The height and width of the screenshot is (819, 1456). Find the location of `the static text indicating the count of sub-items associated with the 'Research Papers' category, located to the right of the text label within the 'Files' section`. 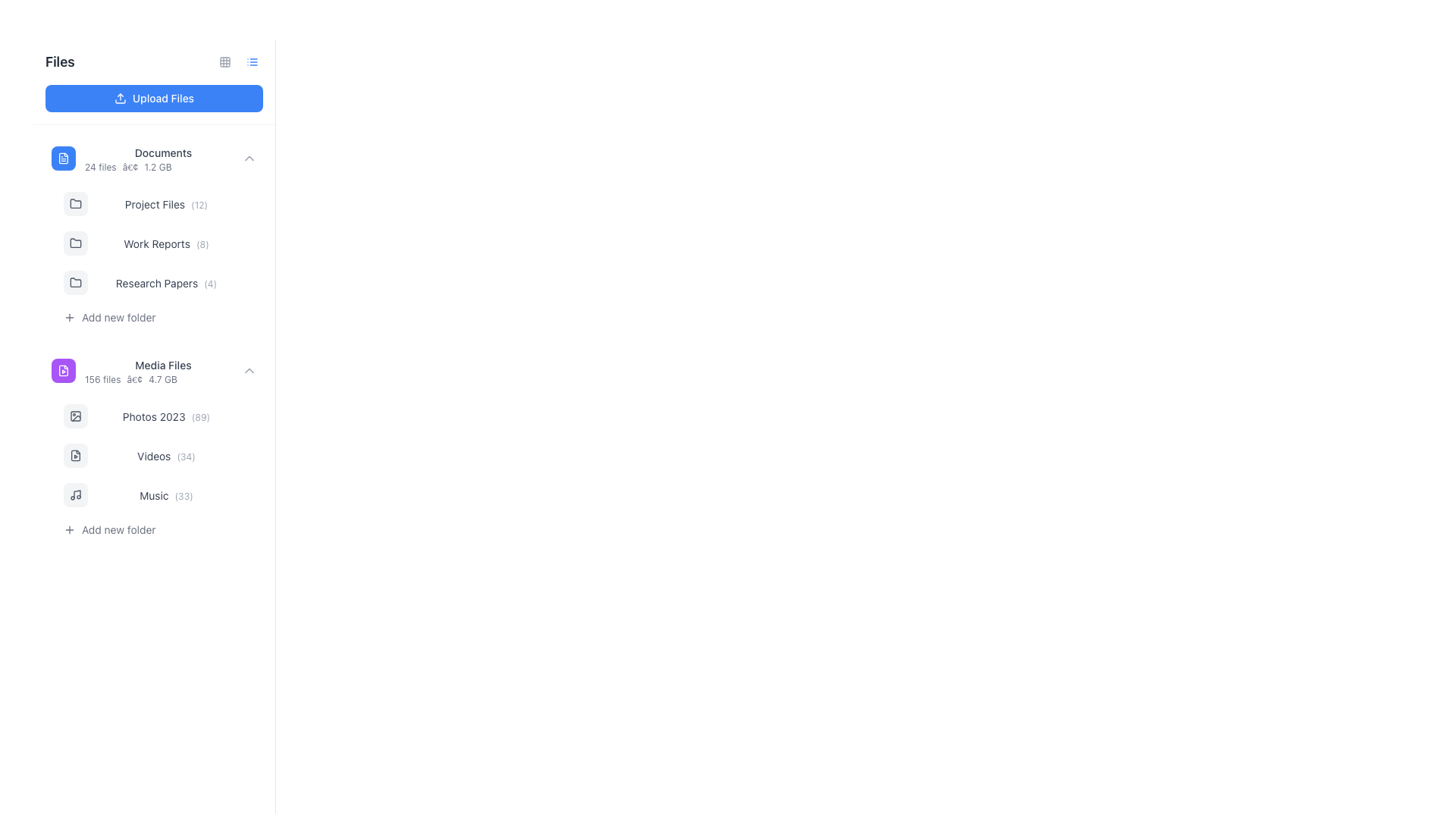

the static text indicating the count of sub-items associated with the 'Research Papers' category, located to the right of the text label within the 'Files' section is located at coordinates (209, 284).